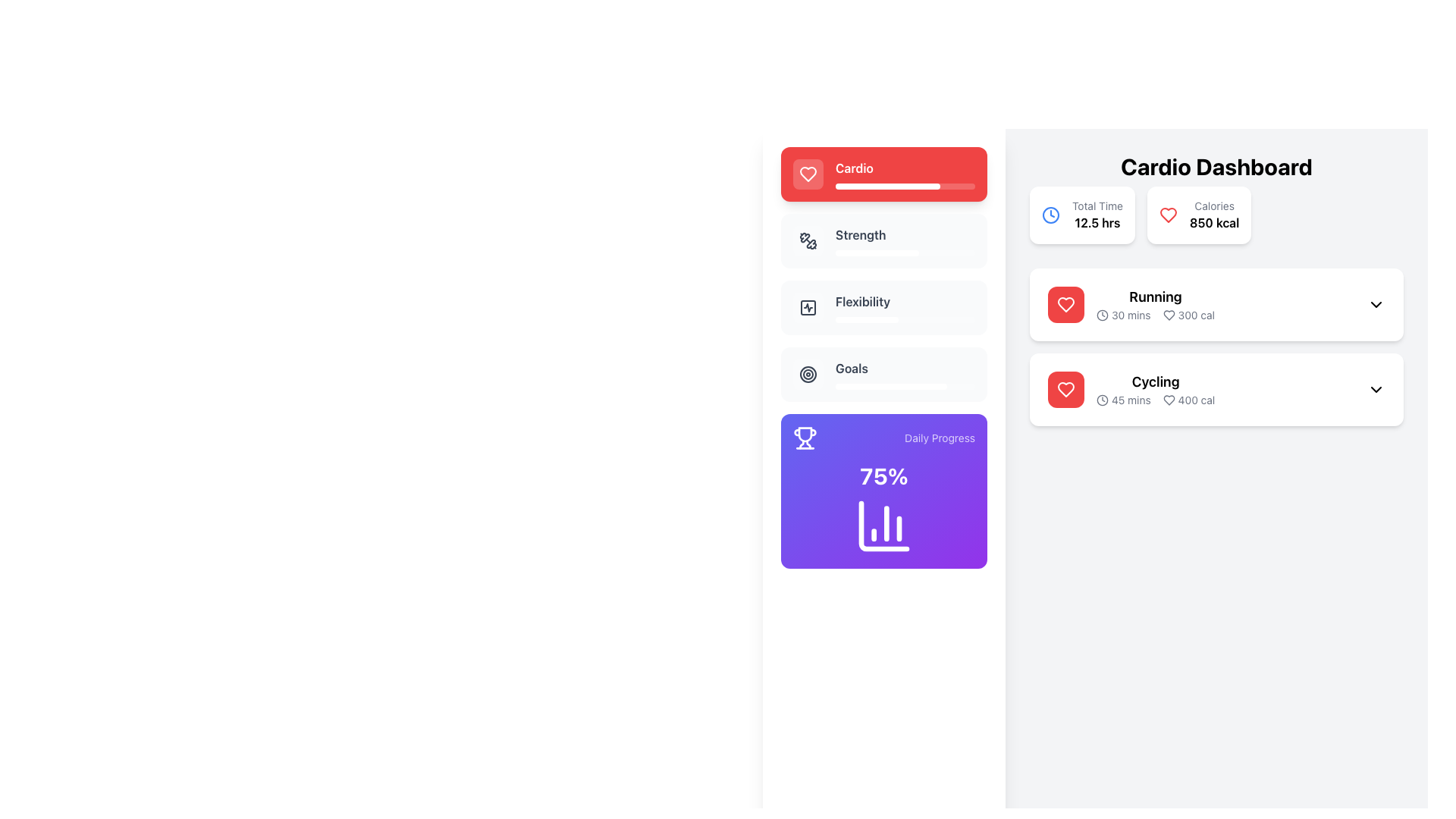  Describe the element at coordinates (1167, 215) in the screenshot. I see `the heart icon in the Cardio Dashboard section, which represents health or favorite categories, located to the left of the 'Running' item` at that location.